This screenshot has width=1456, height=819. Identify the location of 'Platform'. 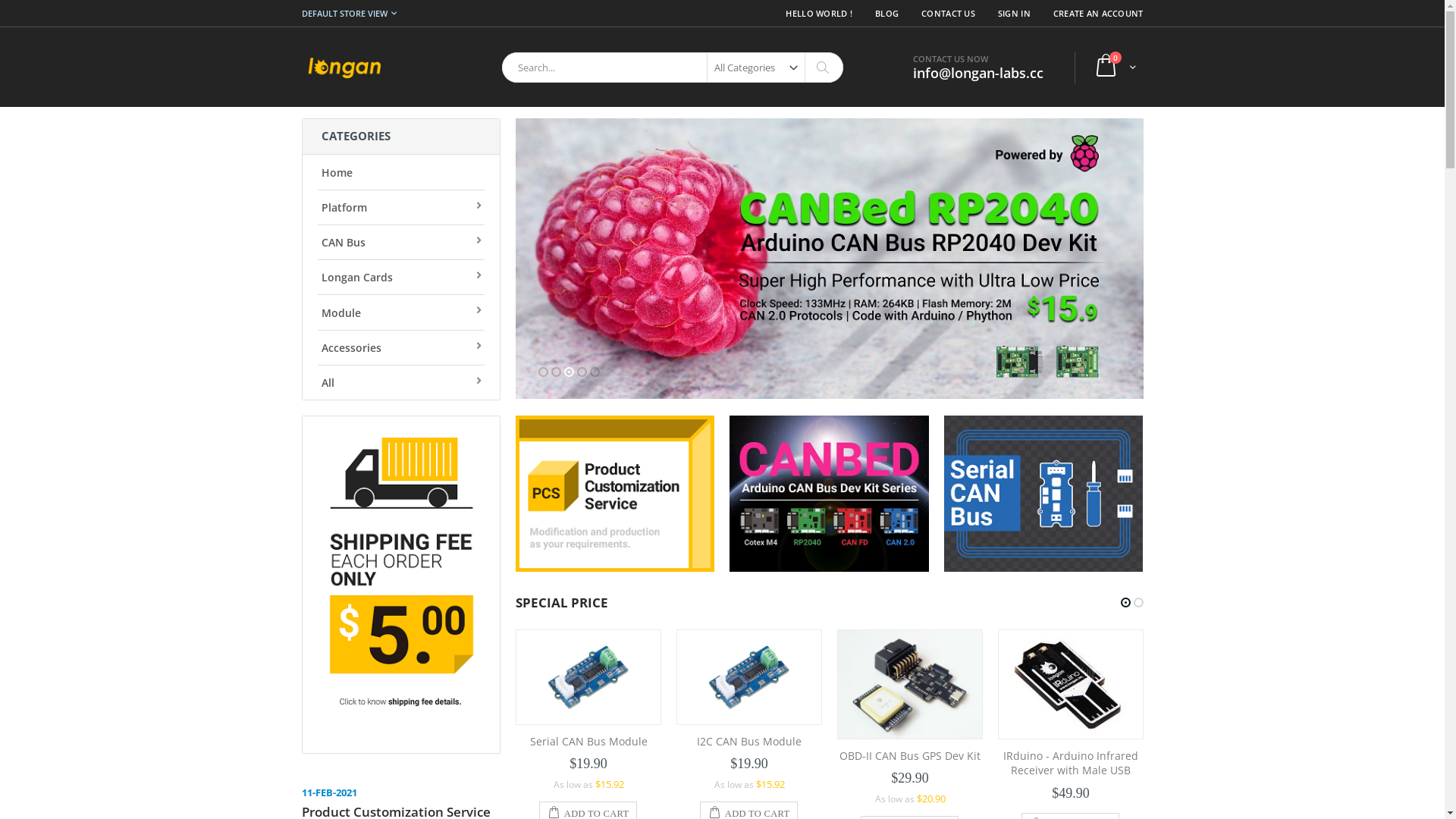
(400, 207).